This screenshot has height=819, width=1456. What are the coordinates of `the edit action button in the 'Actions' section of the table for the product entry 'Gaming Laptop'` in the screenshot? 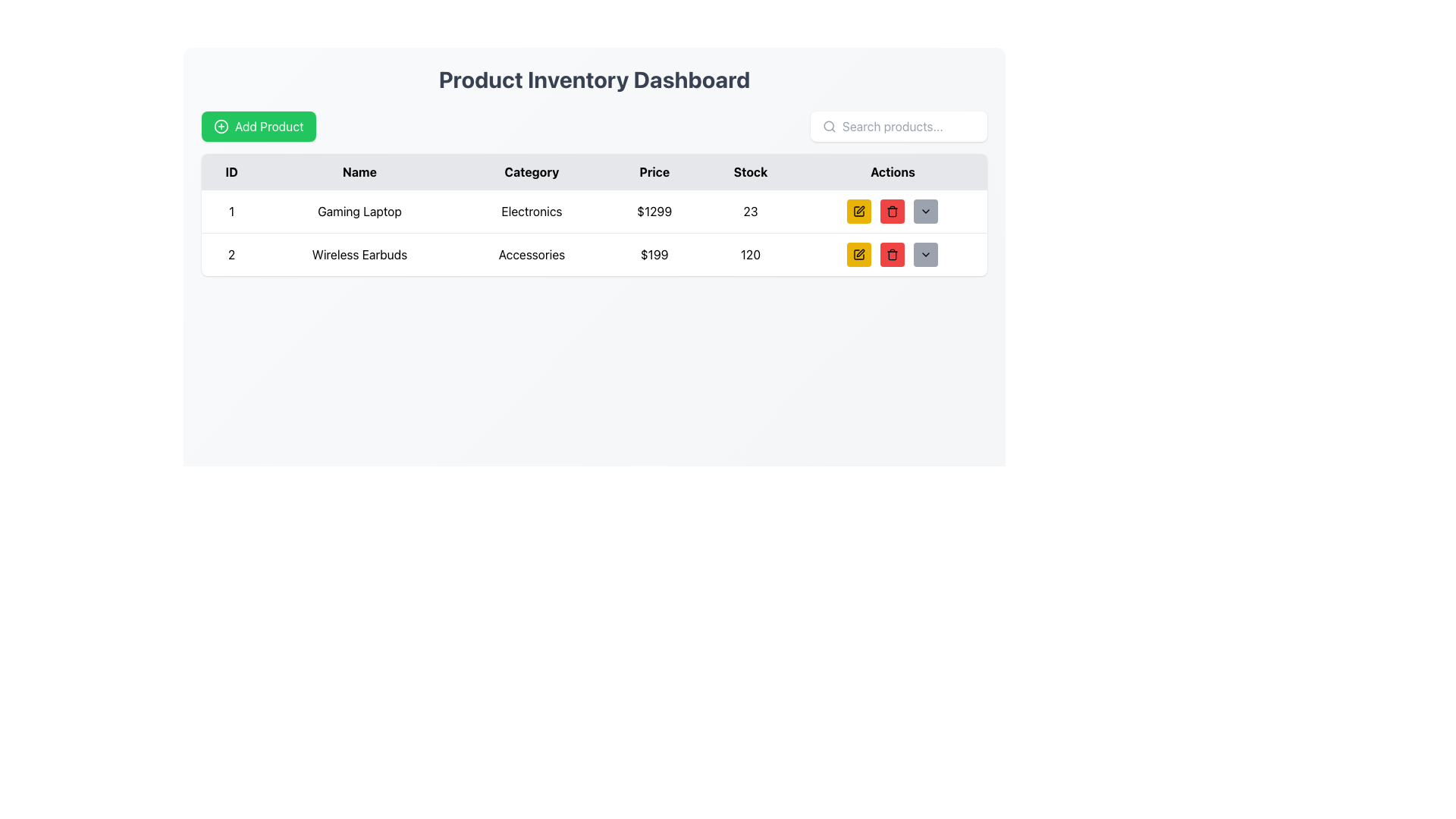 It's located at (859, 211).